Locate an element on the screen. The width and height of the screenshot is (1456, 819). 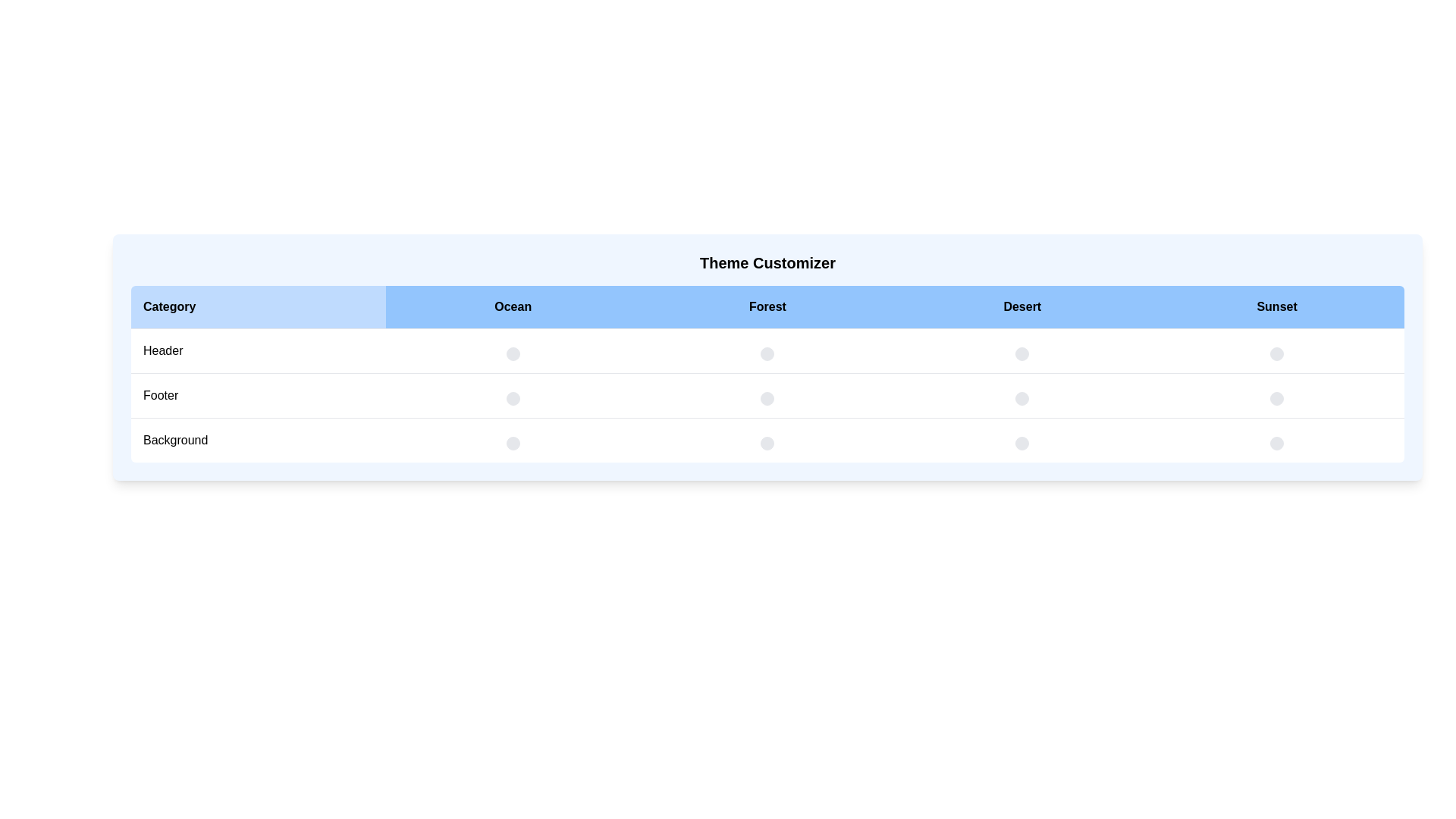
the label with a blue background and the text 'Forest', which is the third label in a row of categories including 'Category', 'Ocean', 'Forest', 'Desert', and 'Sunset' is located at coordinates (767, 307).